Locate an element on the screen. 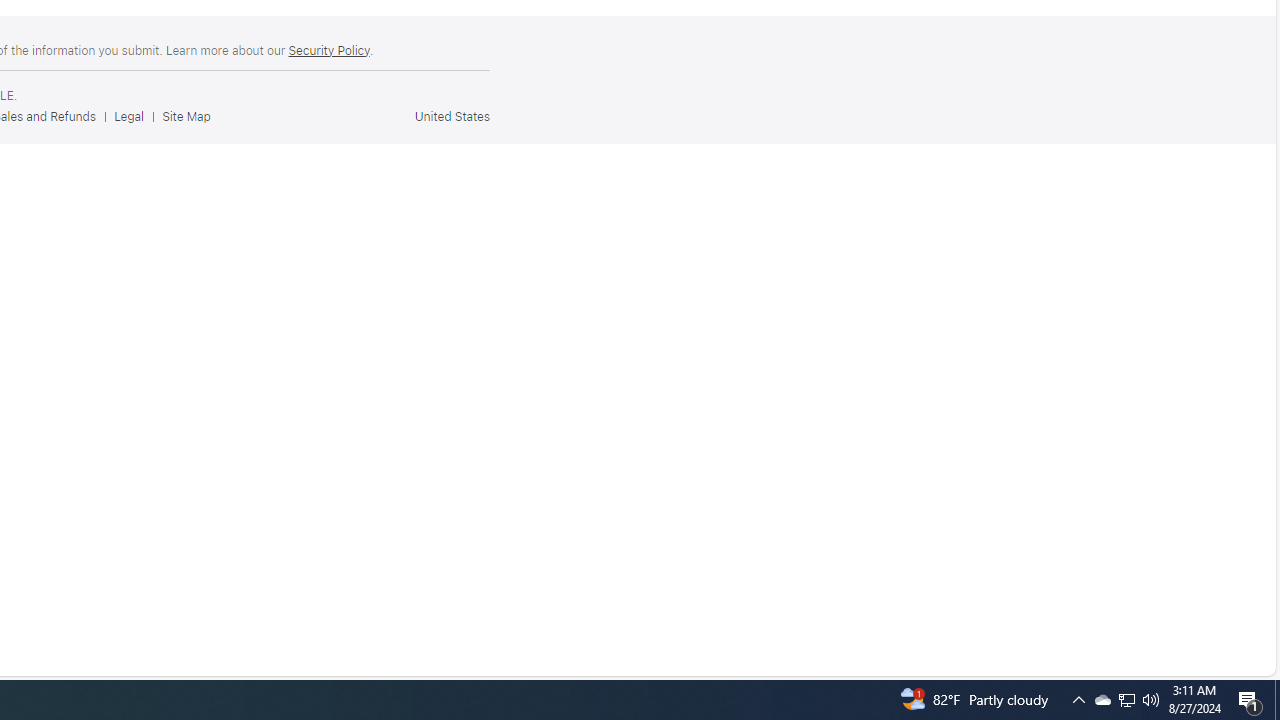 This screenshot has width=1280, height=720. 'United States' is located at coordinates (450, 116).